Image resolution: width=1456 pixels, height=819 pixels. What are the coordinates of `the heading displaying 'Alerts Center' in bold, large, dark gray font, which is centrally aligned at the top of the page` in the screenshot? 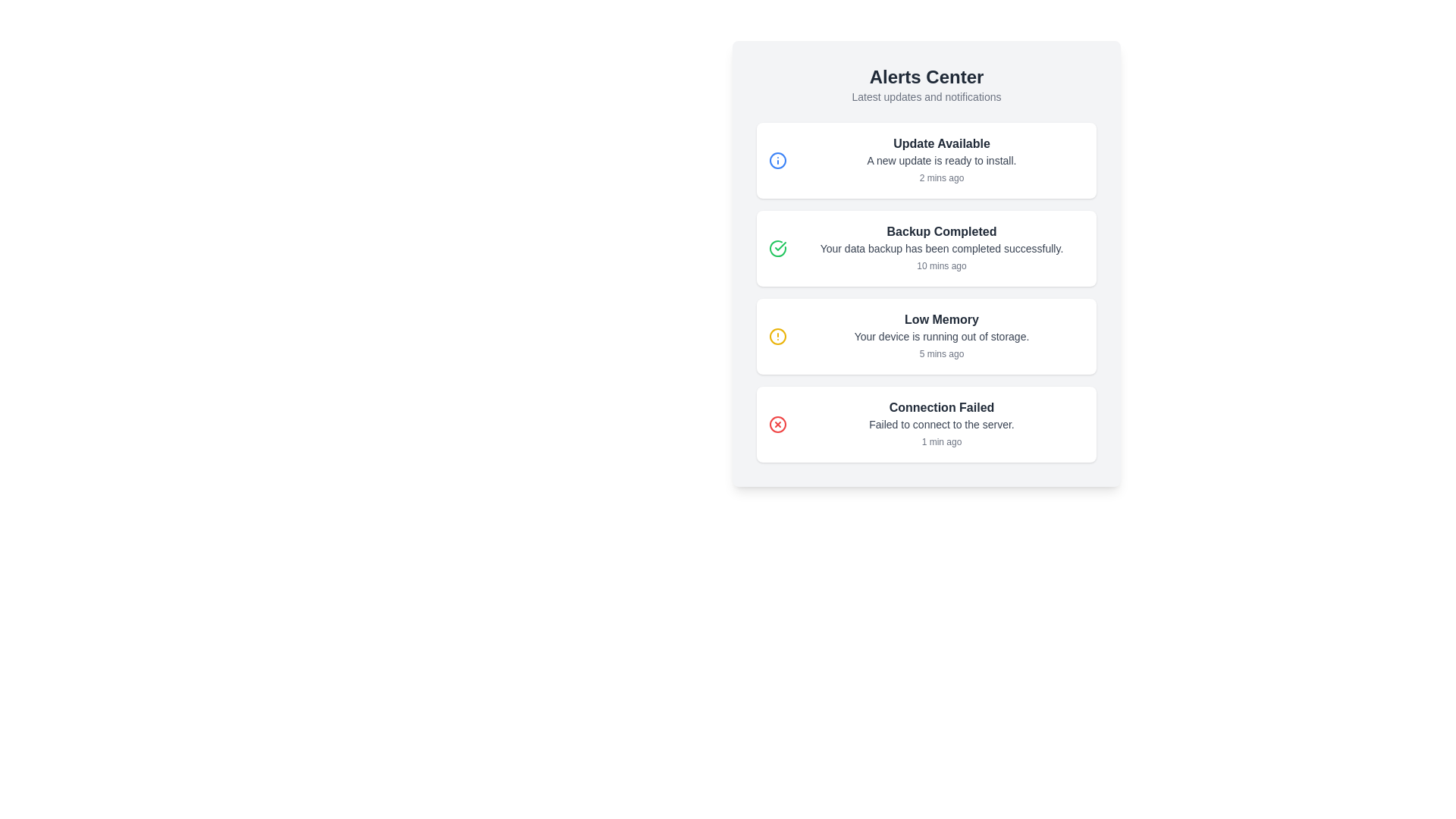 It's located at (926, 77).